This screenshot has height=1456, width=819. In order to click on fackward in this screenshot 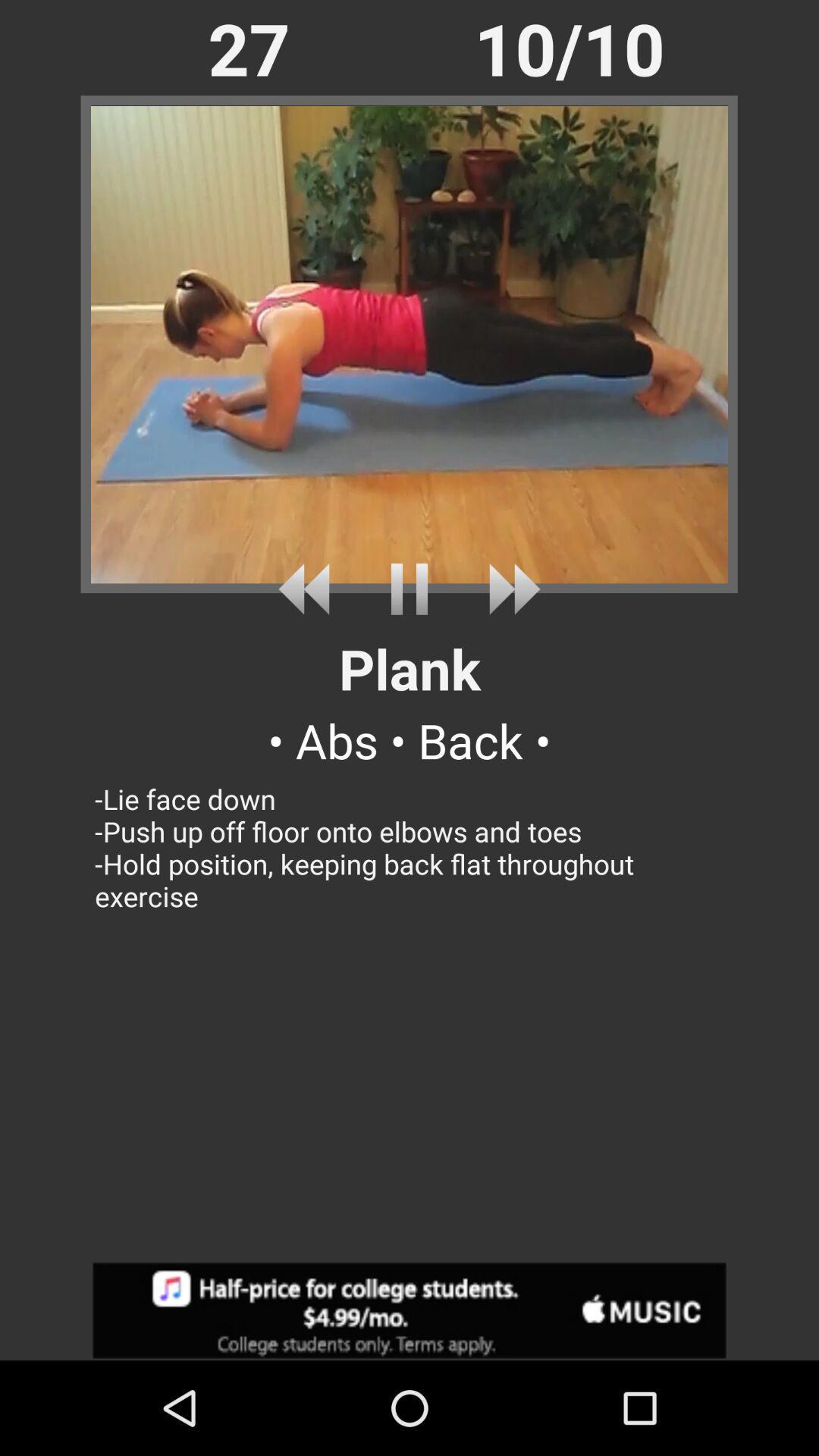, I will do `click(509, 588)`.